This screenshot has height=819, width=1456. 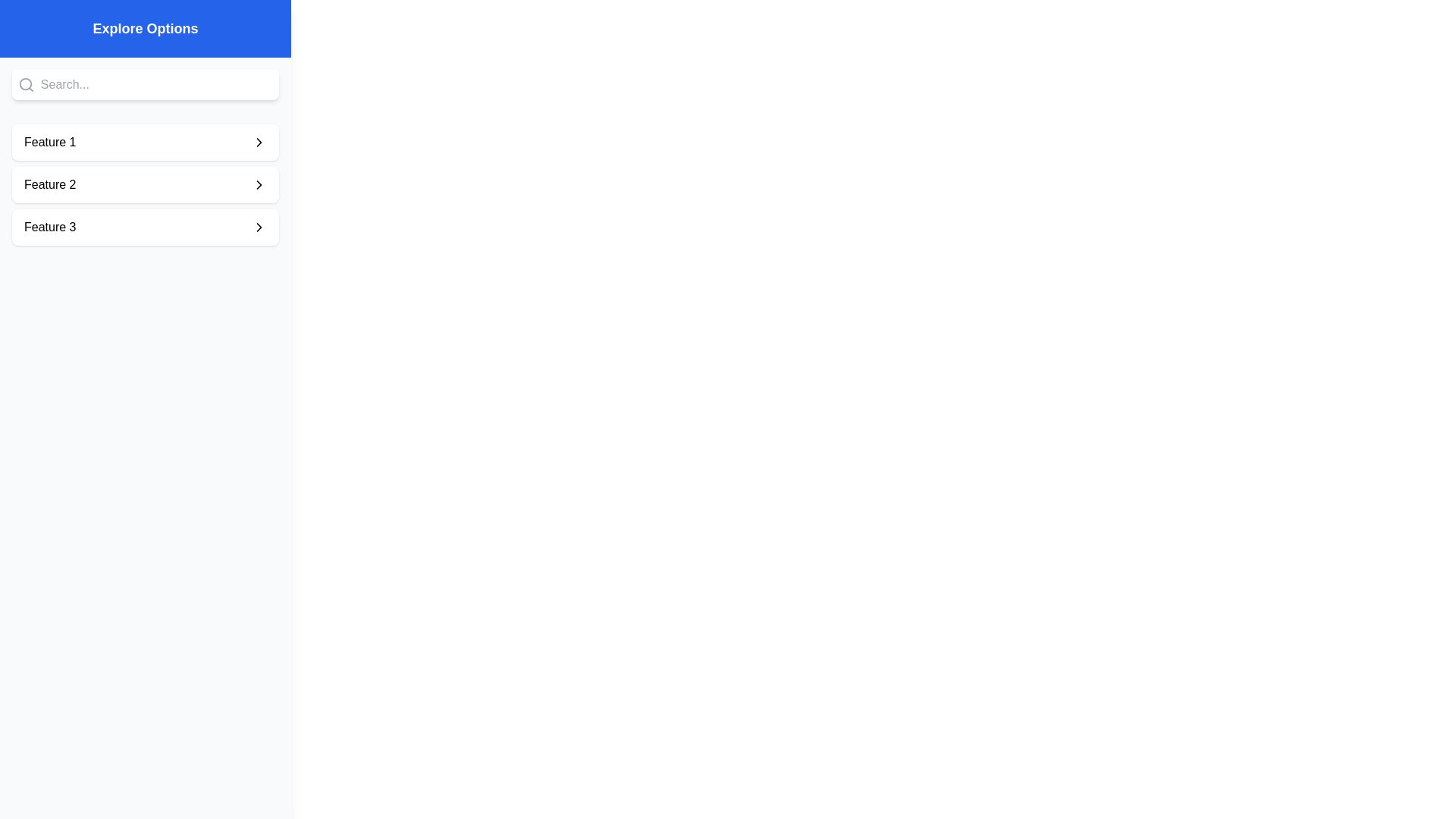 What do you see at coordinates (146, 227) in the screenshot?
I see `the button corresponding to Feature 3` at bounding box center [146, 227].